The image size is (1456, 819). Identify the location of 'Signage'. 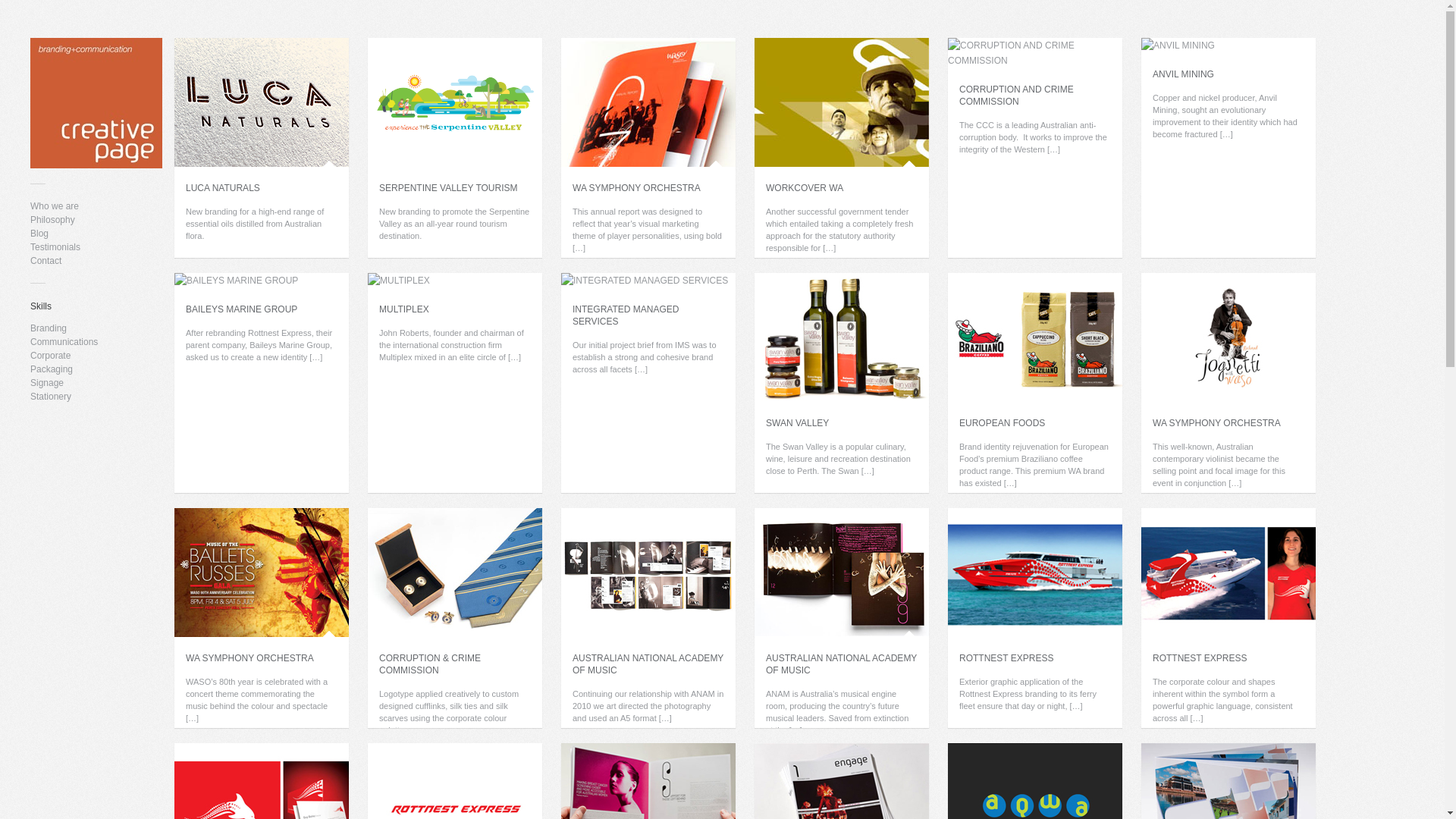
(47, 382).